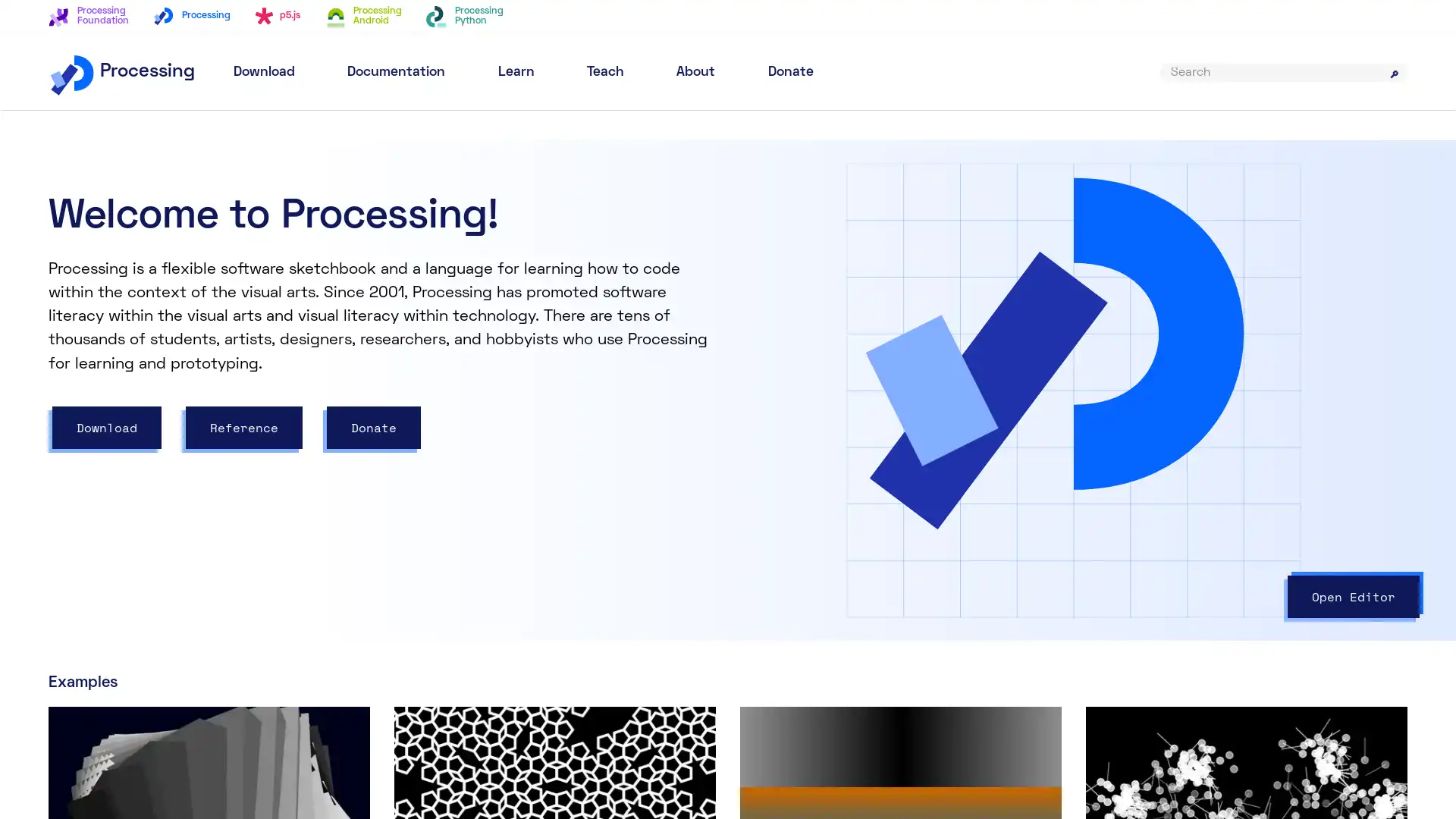 The width and height of the screenshot is (1456, 819). Describe the element at coordinates (857, 467) in the screenshot. I see `change position` at that location.